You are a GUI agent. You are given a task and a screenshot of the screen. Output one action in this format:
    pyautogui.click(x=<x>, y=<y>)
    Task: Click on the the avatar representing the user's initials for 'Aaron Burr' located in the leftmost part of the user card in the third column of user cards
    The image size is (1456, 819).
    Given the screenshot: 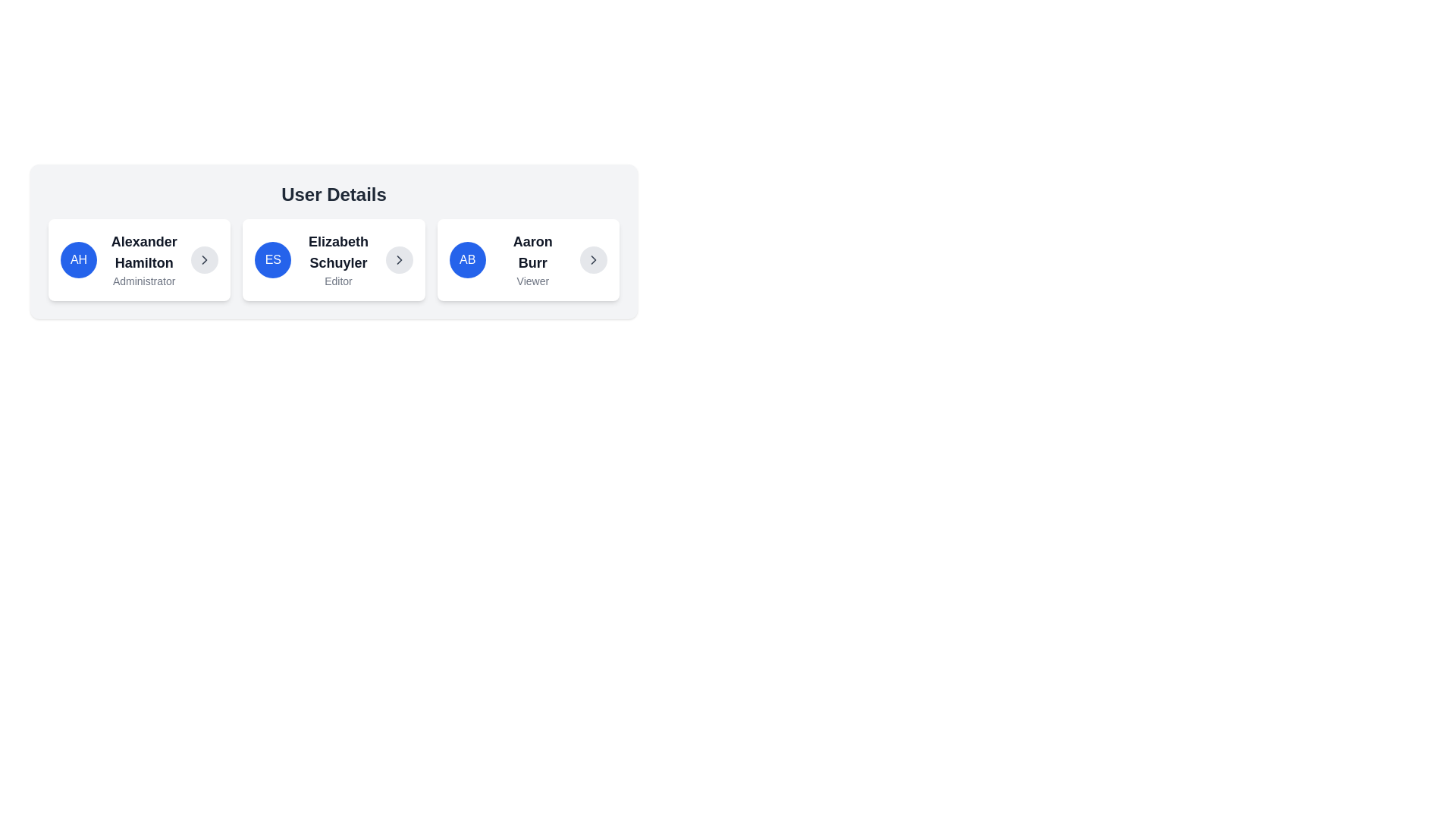 What is the action you would take?
    pyautogui.click(x=466, y=259)
    